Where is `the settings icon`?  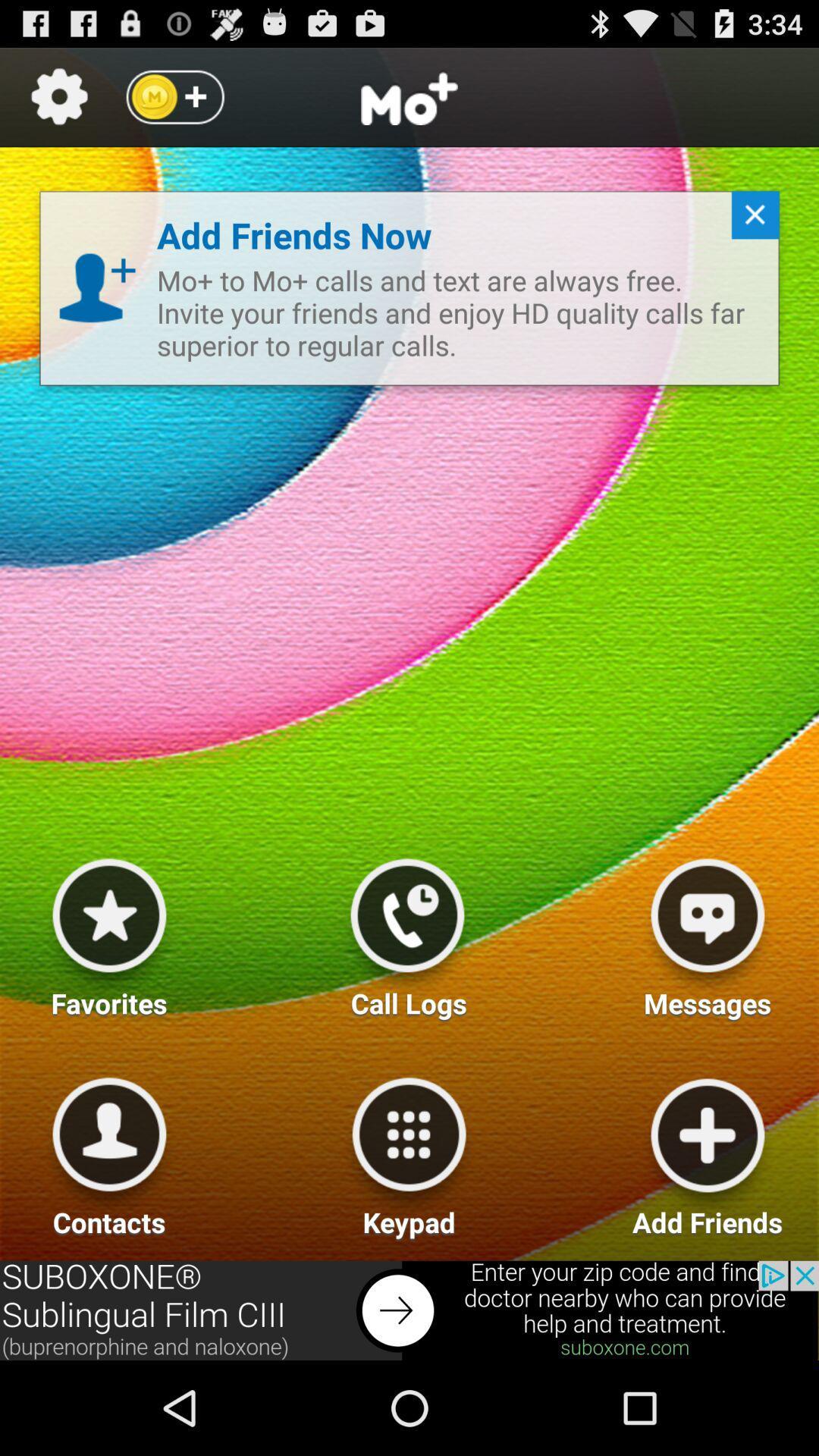
the settings icon is located at coordinates (58, 103).